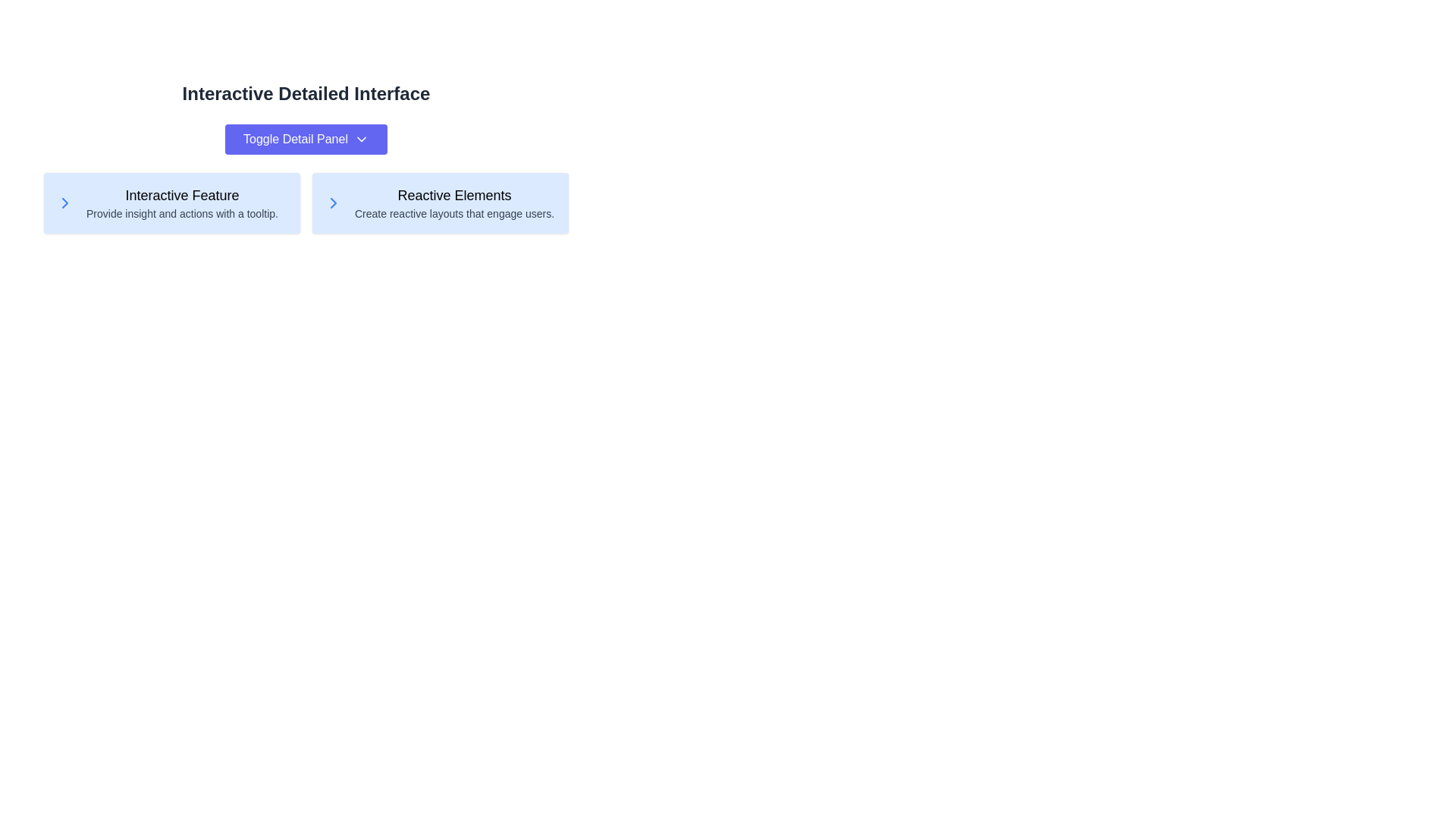 The width and height of the screenshot is (1456, 819). I want to click on the blue triangular arrow pointing to the right, which is part of the SVG icon located on the left side of the 'Interactive Feature' text block, so click(333, 202).